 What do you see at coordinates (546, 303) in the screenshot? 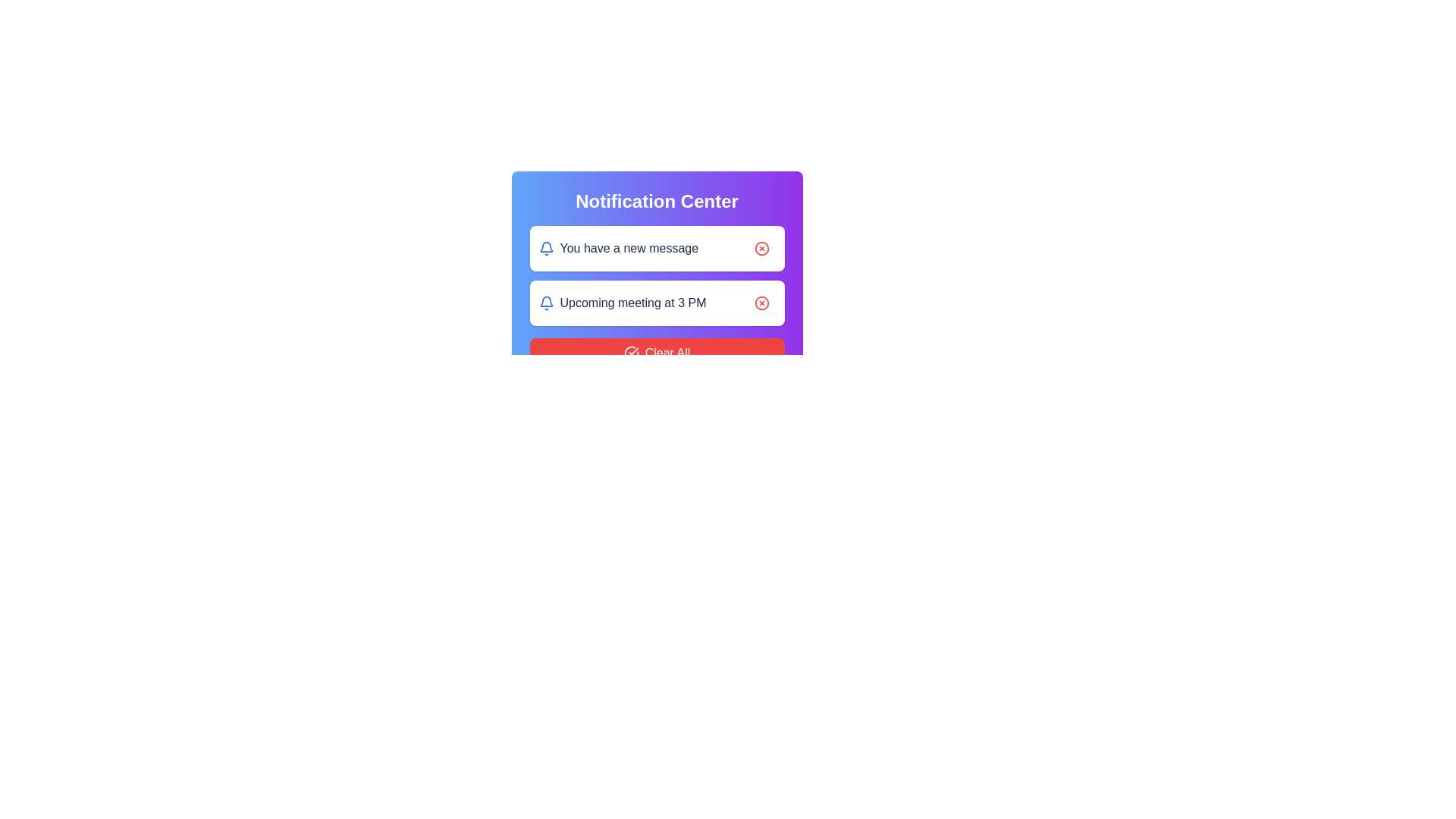
I see `the bell icon indicating alerts or notifications located to the left of the text 'Upcoming meeting at 3 PM' in the second entry of the notification panel` at bounding box center [546, 303].